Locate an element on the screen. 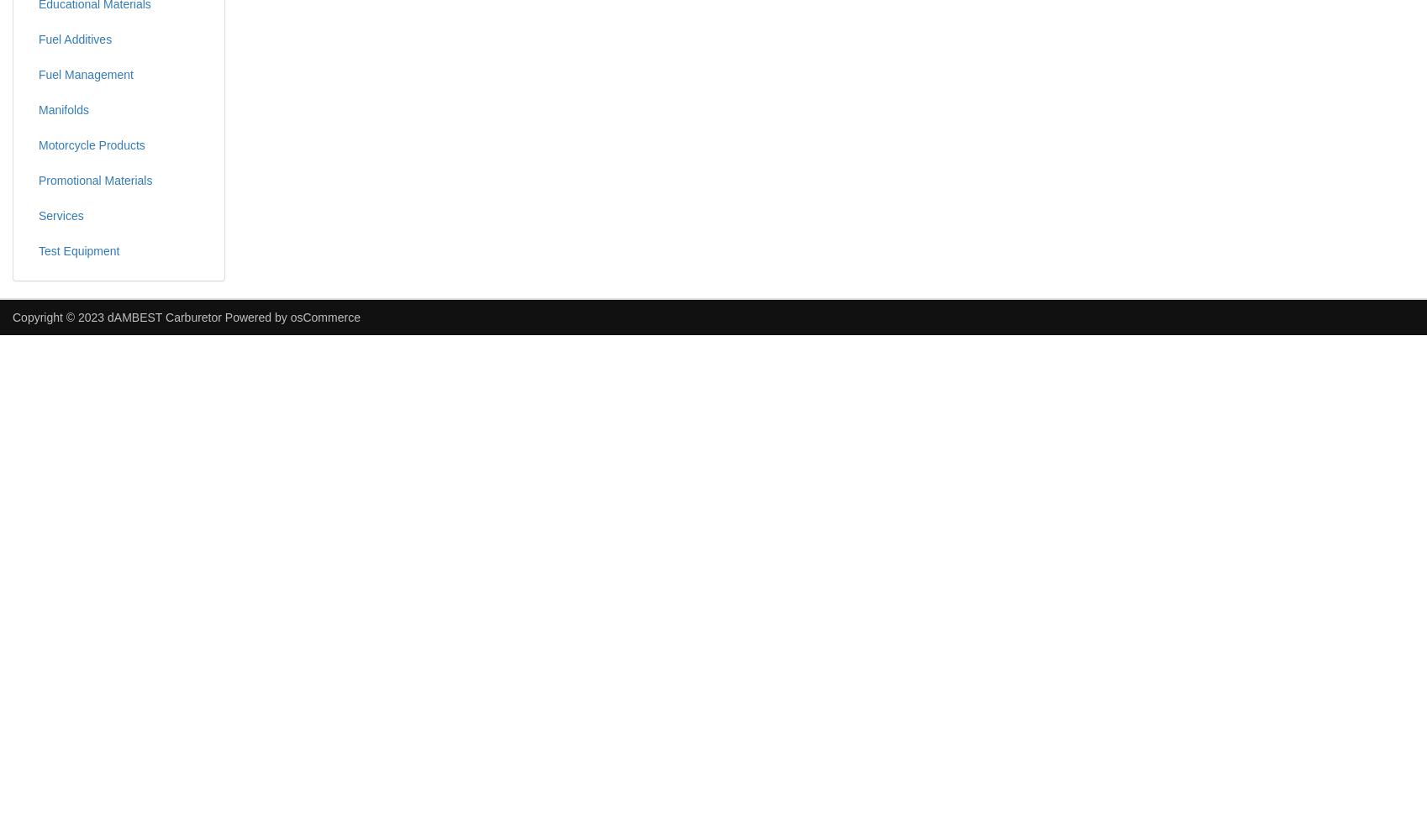  'Fuel Additives' is located at coordinates (74, 39).